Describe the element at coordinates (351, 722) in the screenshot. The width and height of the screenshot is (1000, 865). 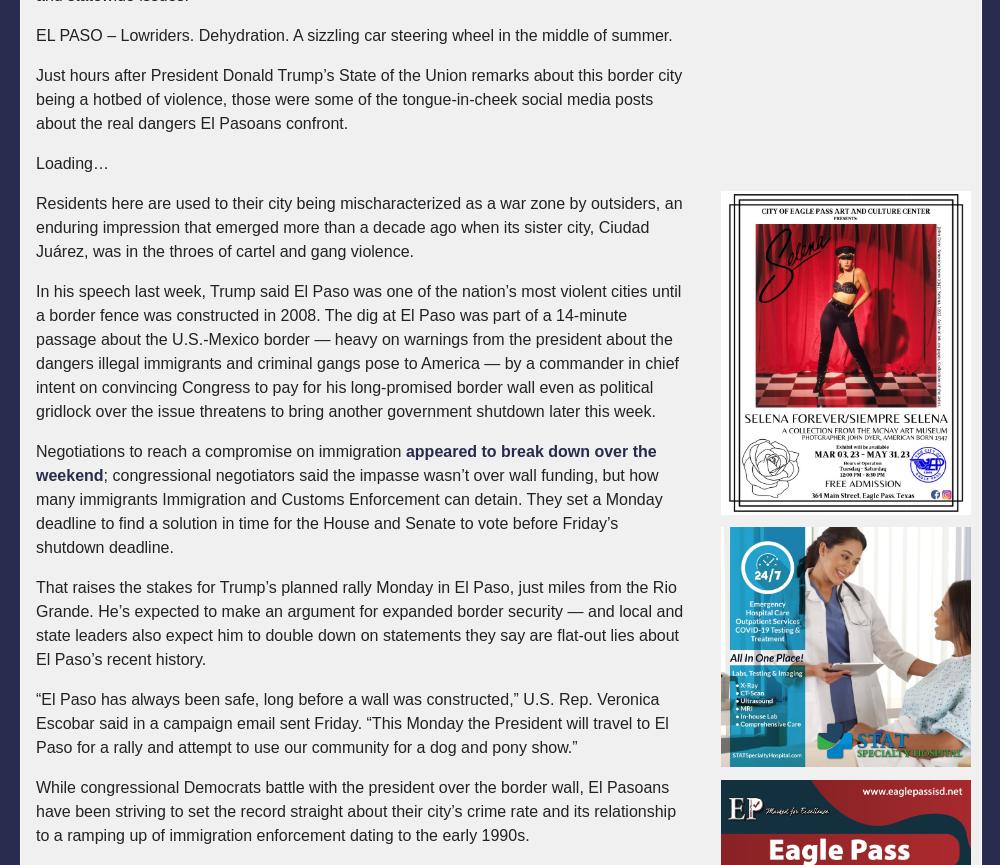
I see `'“El Paso has always been safe, long before a wall was constructed,” U.S. Rep. Veronica Escobar said in a campaign email sent Friday. “This Monday the President will travel to El Paso for a rally and attempt to use our community for a dog and pony show.”'` at that location.